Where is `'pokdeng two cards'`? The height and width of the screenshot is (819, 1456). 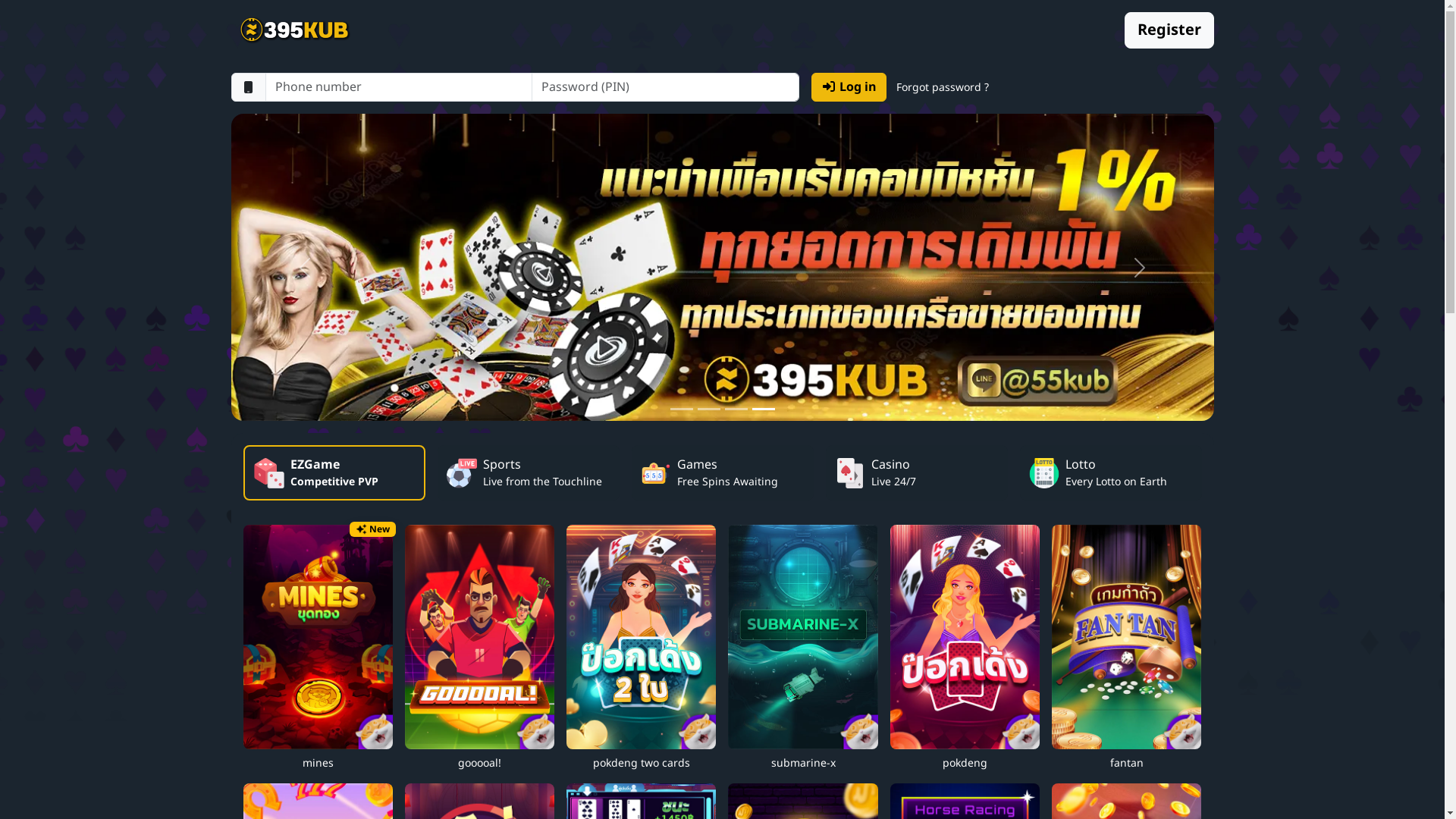
'pokdeng two cards' is located at coordinates (641, 648).